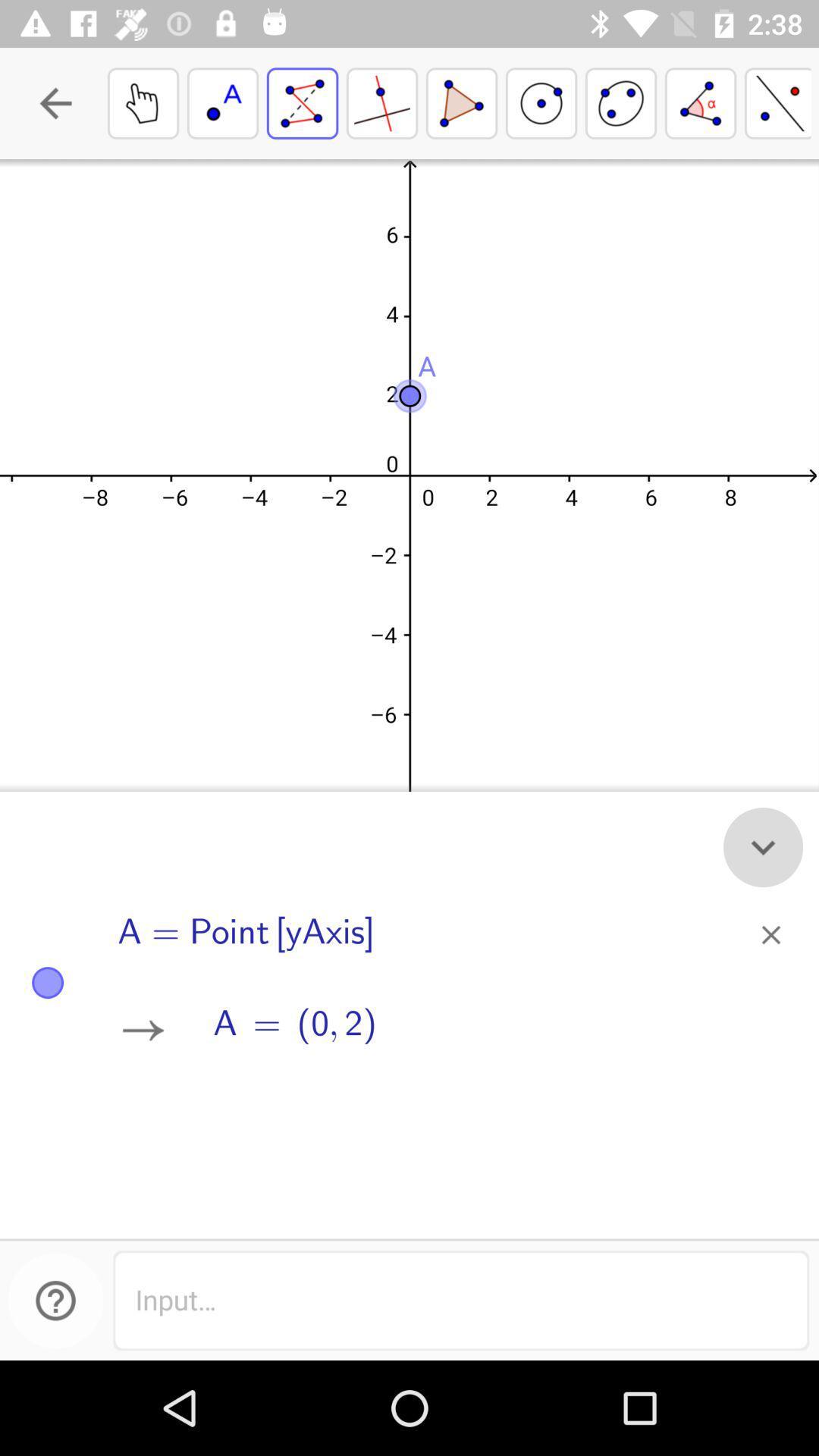  I want to click on the 3rd symbol from the left on the top of the page, so click(302, 102).